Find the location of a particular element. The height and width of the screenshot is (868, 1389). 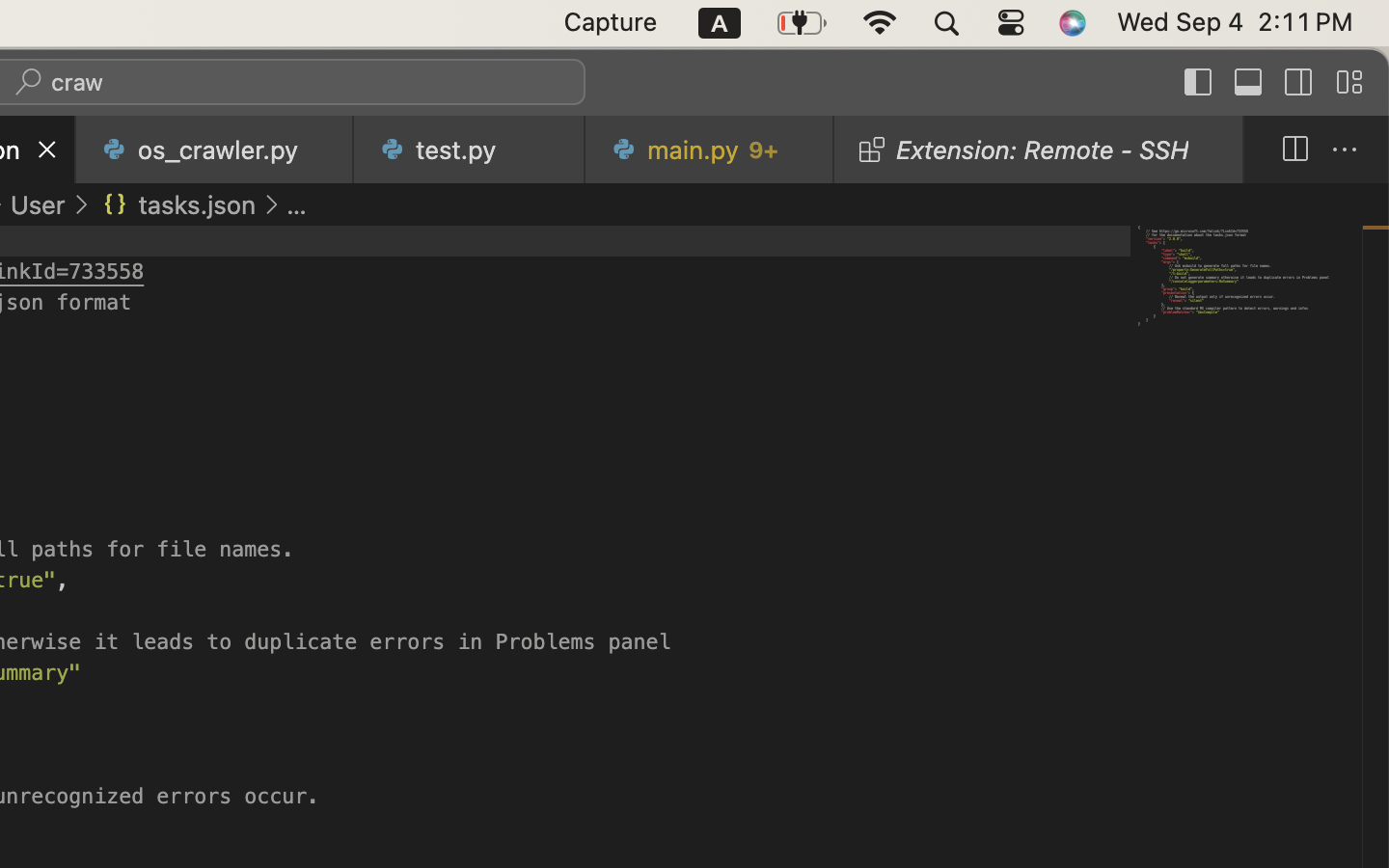

'tasks.json ' is located at coordinates (177, 204).